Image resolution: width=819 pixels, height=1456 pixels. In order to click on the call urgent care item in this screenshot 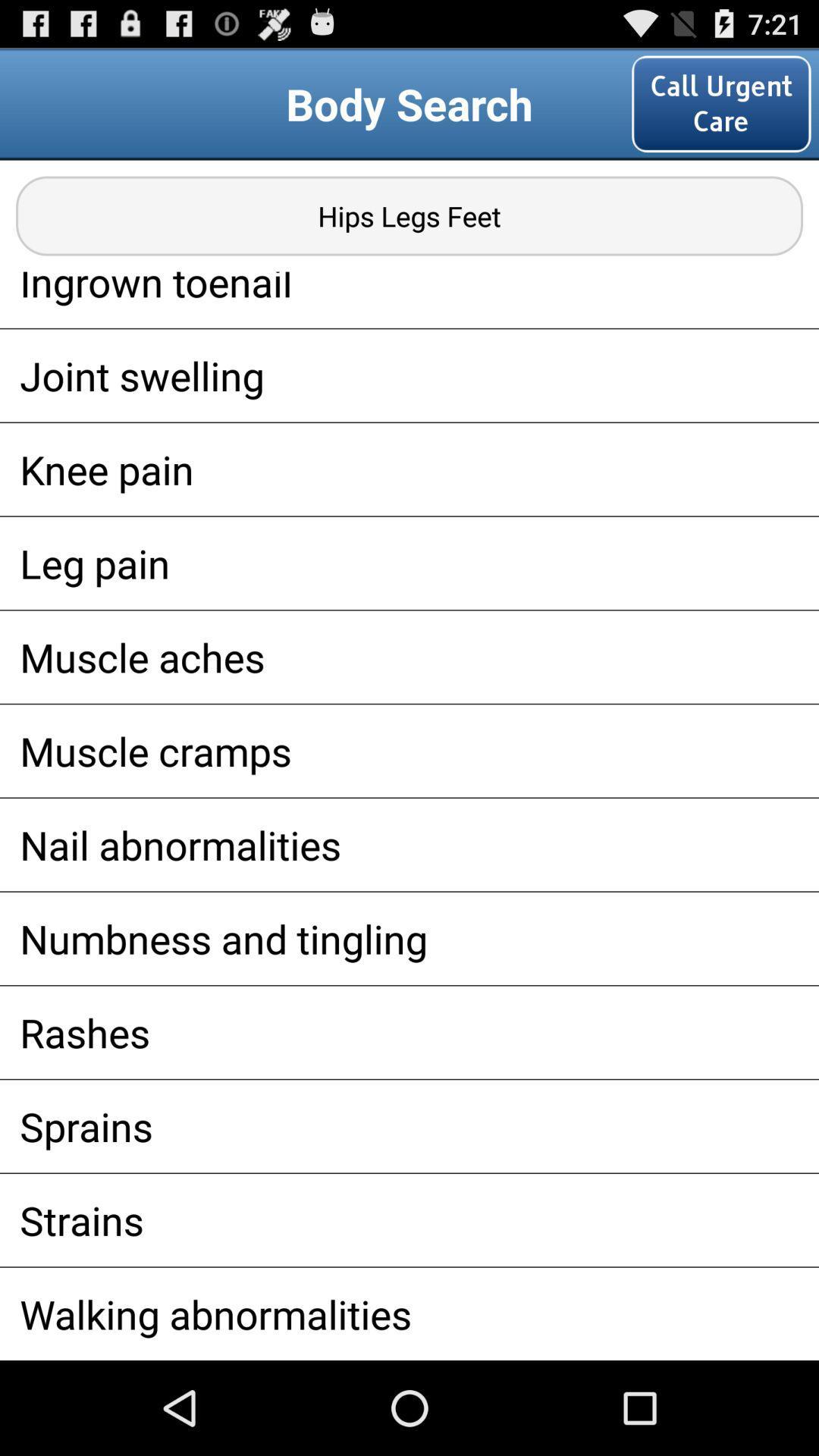, I will do `click(720, 103)`.